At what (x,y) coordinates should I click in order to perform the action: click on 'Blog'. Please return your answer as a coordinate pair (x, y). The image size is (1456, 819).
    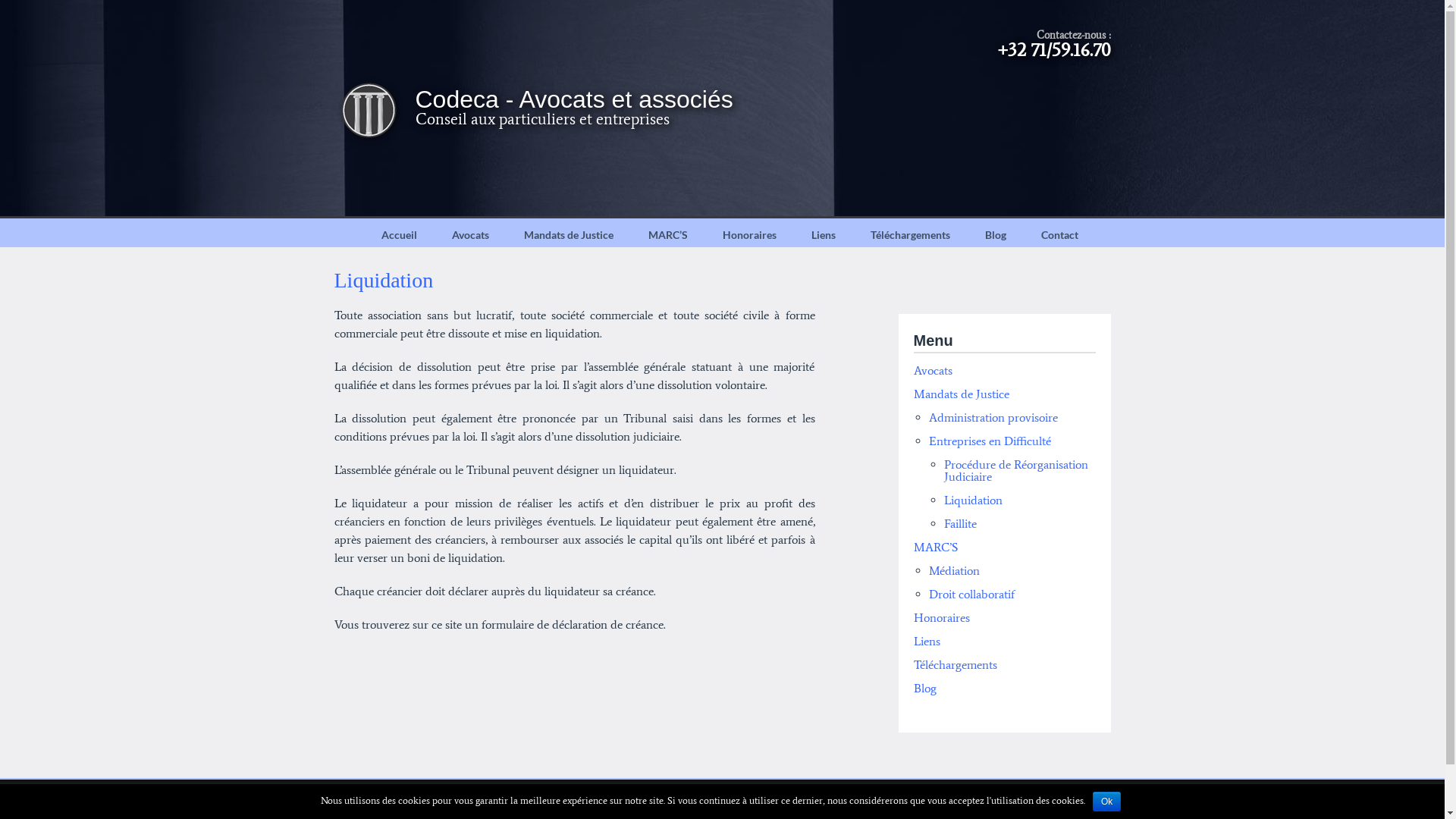
    Looking at the image, I should click on (924, 688).